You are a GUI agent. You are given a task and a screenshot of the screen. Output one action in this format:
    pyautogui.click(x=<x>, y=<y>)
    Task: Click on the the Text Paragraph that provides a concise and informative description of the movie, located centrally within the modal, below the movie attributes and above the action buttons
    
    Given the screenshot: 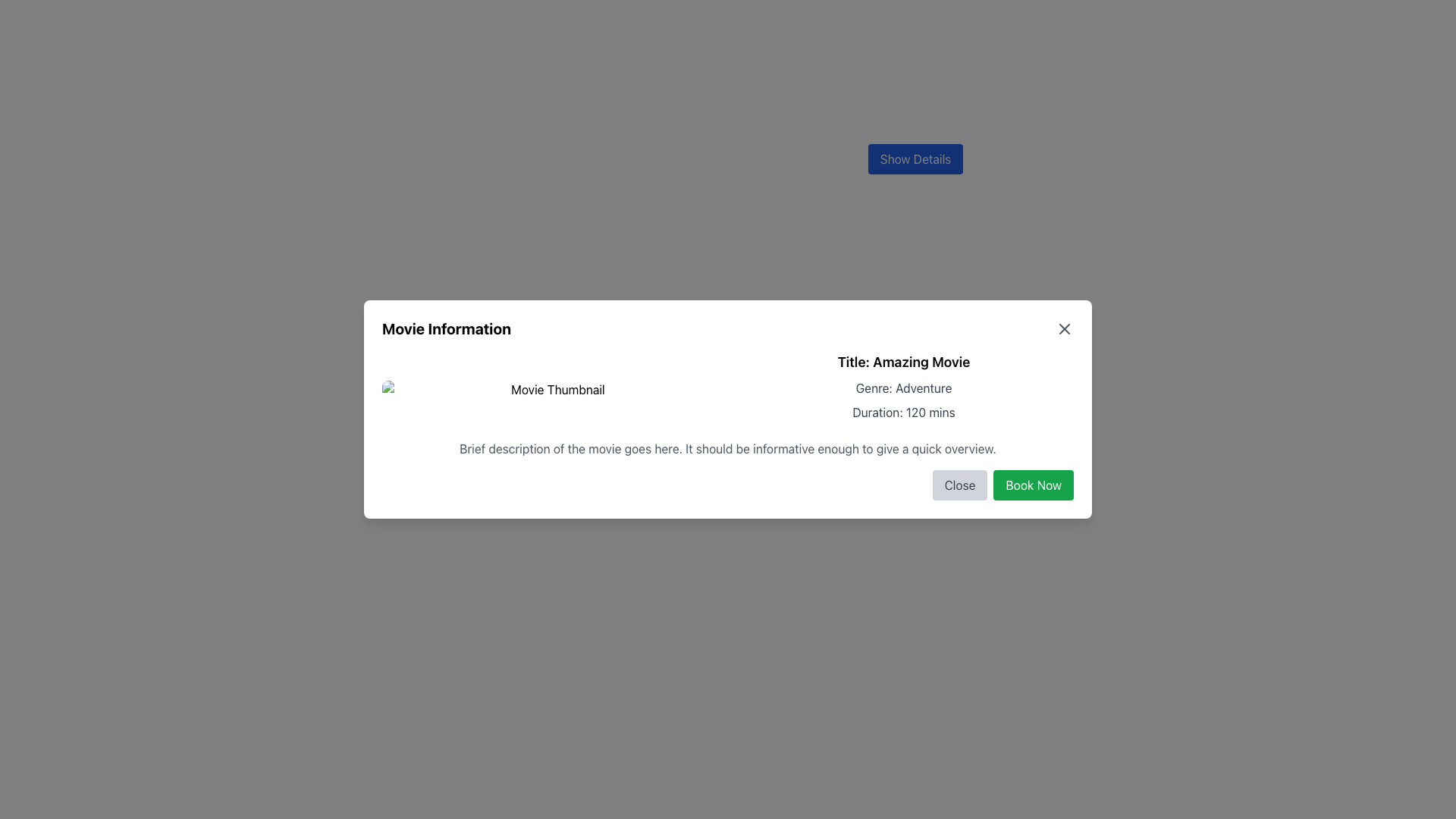 What is the action you would take?
    pyautogui.click(x=728, y=447)
    